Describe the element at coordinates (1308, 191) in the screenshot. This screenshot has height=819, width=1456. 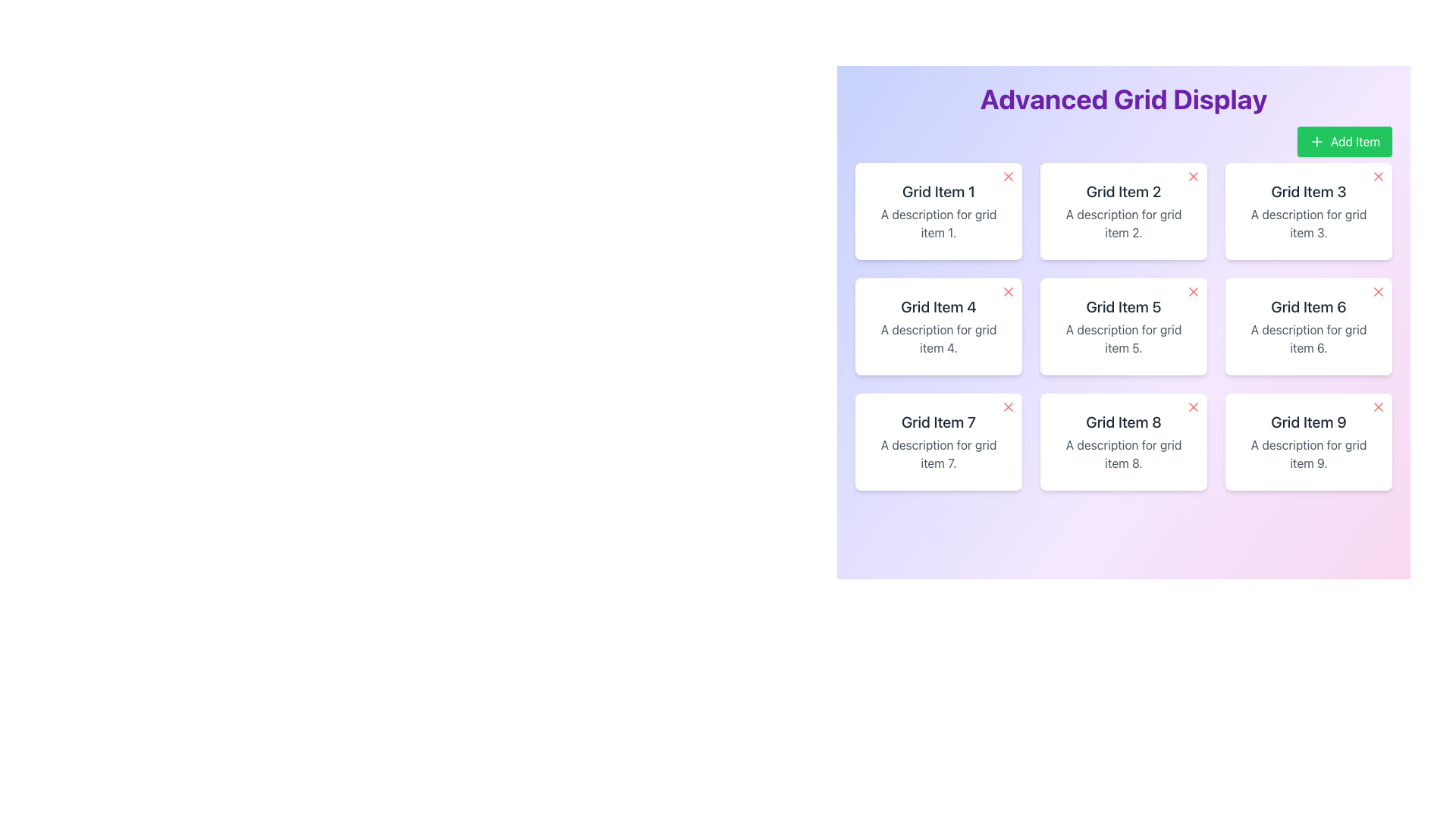
I see `the text element displaying 'Grid Item 3', located in the third grid item of the top row in the grid layout` at that location.